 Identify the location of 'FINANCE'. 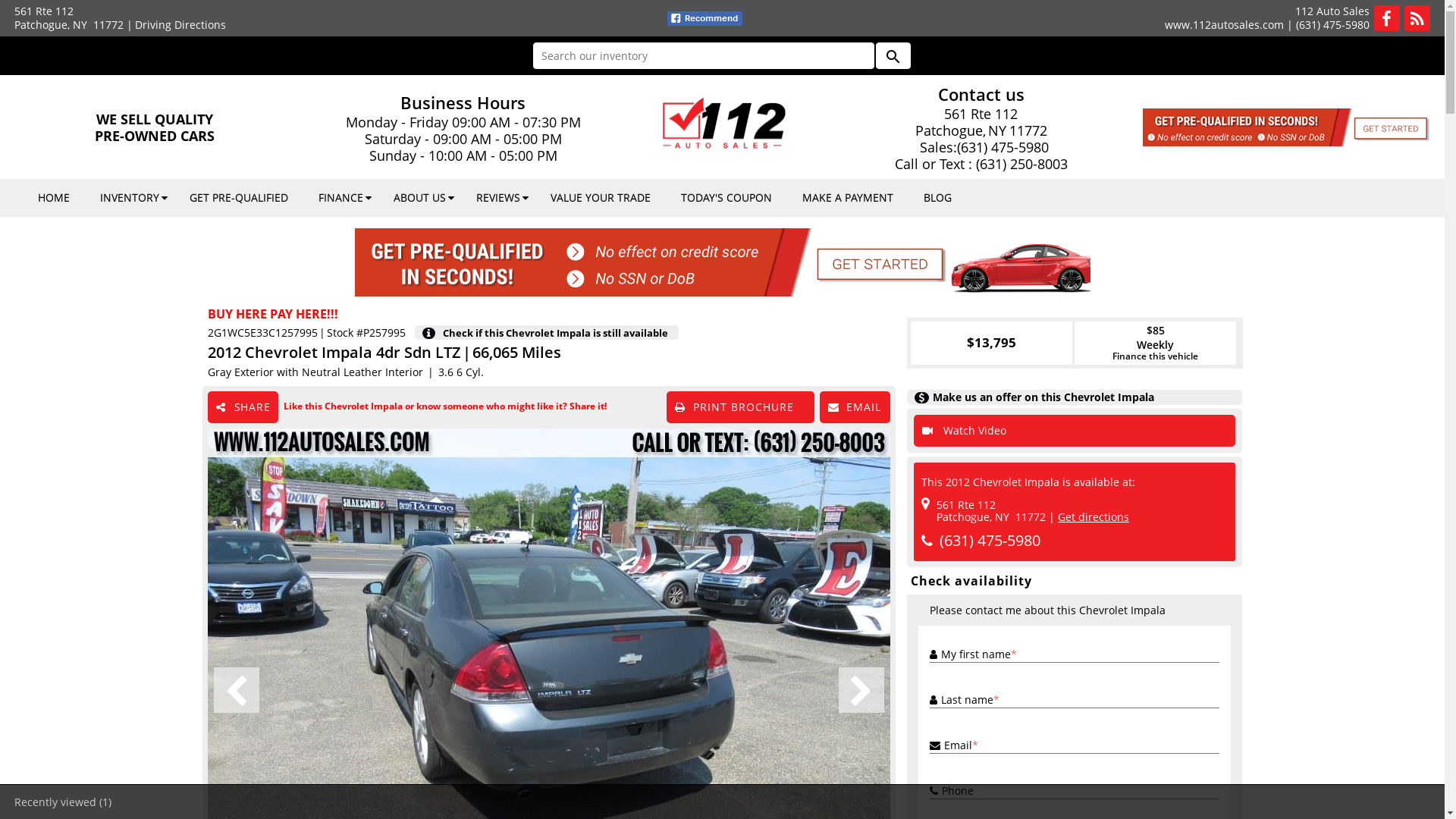
(303, 197).